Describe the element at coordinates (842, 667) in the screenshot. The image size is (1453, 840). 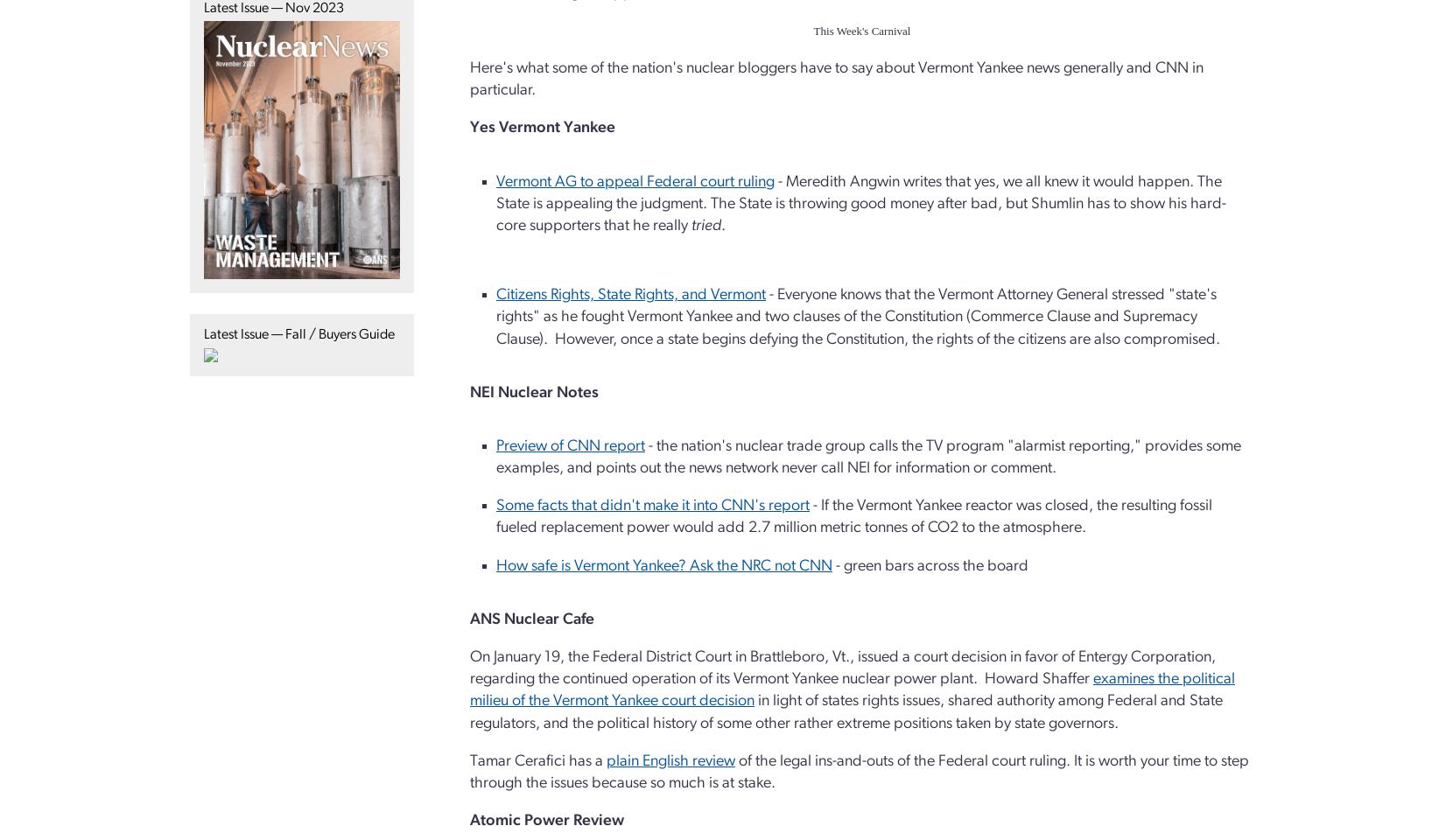
I see `'On January 19, the Federal District Court in Brattleboro, Vt., issued a court decision in favor of Entergy Corporation, regarding the continued operation of its Vermont Yankee nuclear power plant.  Howard Shaffer'` at that location.